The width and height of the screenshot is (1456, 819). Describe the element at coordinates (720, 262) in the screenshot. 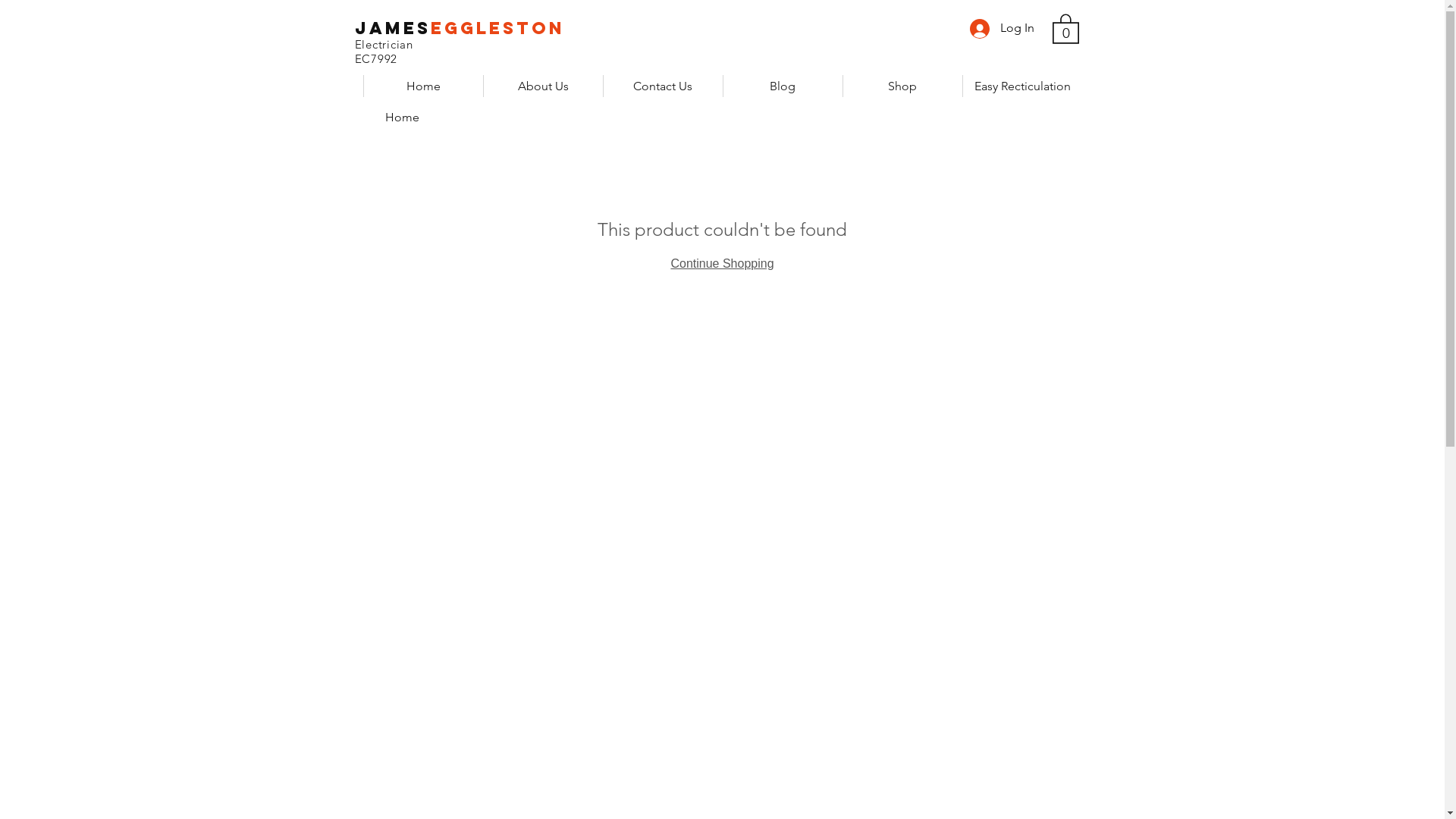

I see `'Continue Shopping'` at that location.